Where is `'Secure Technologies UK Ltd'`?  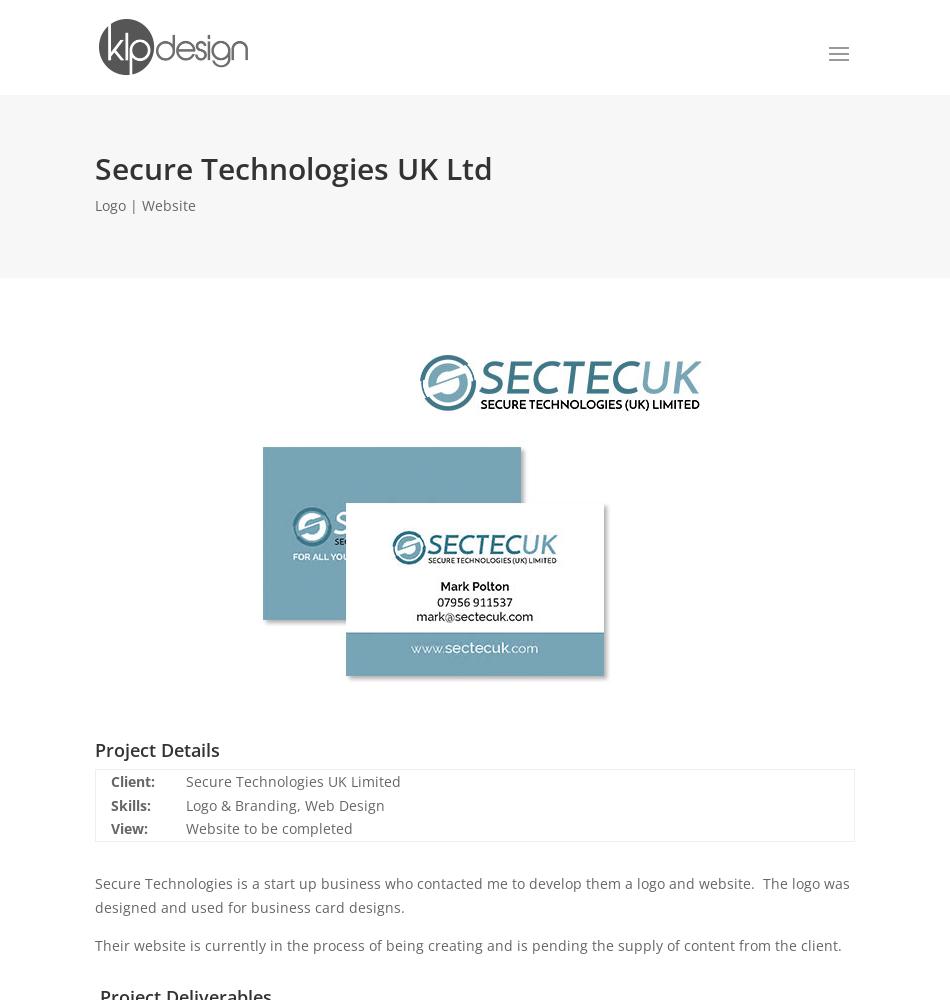 'Secure Technologies UK Ltd' is located at coordinates (293, 168).